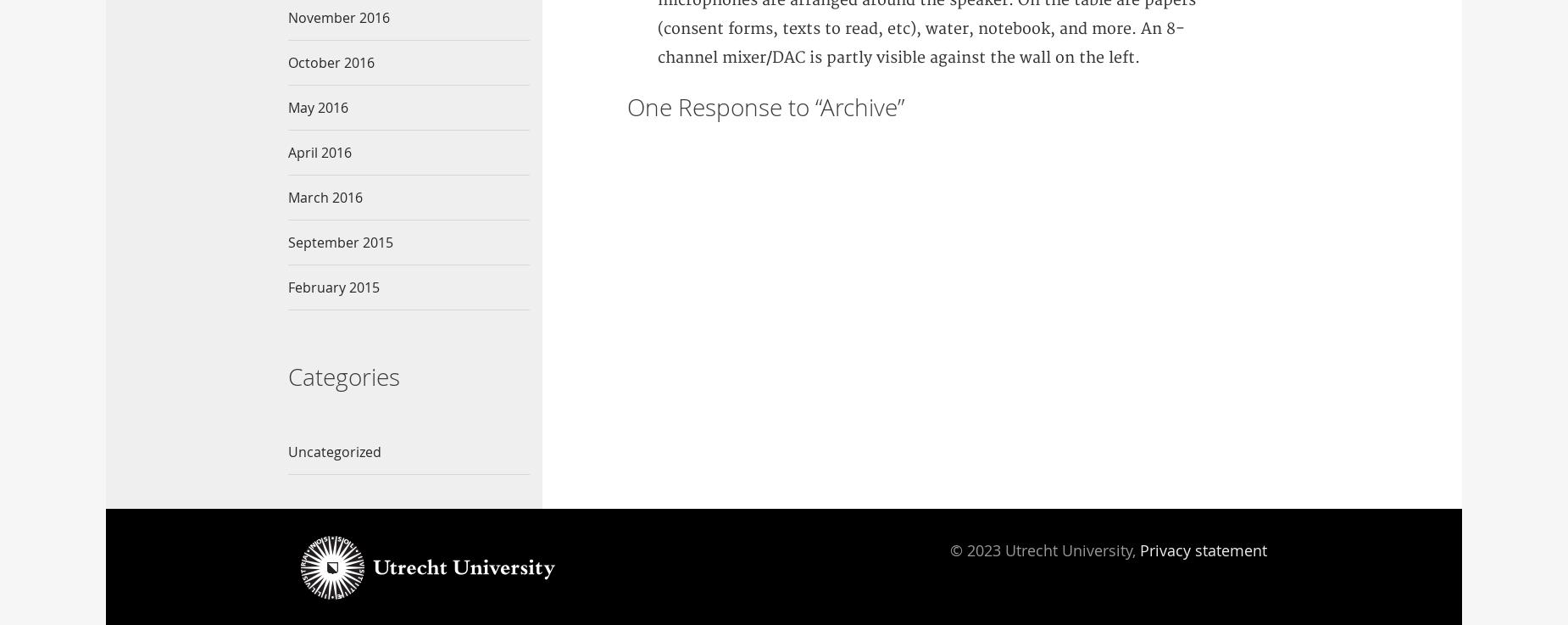  Describe the element at coordinates (343, 375) in the screenshot. I see `'Categories'` at that location.